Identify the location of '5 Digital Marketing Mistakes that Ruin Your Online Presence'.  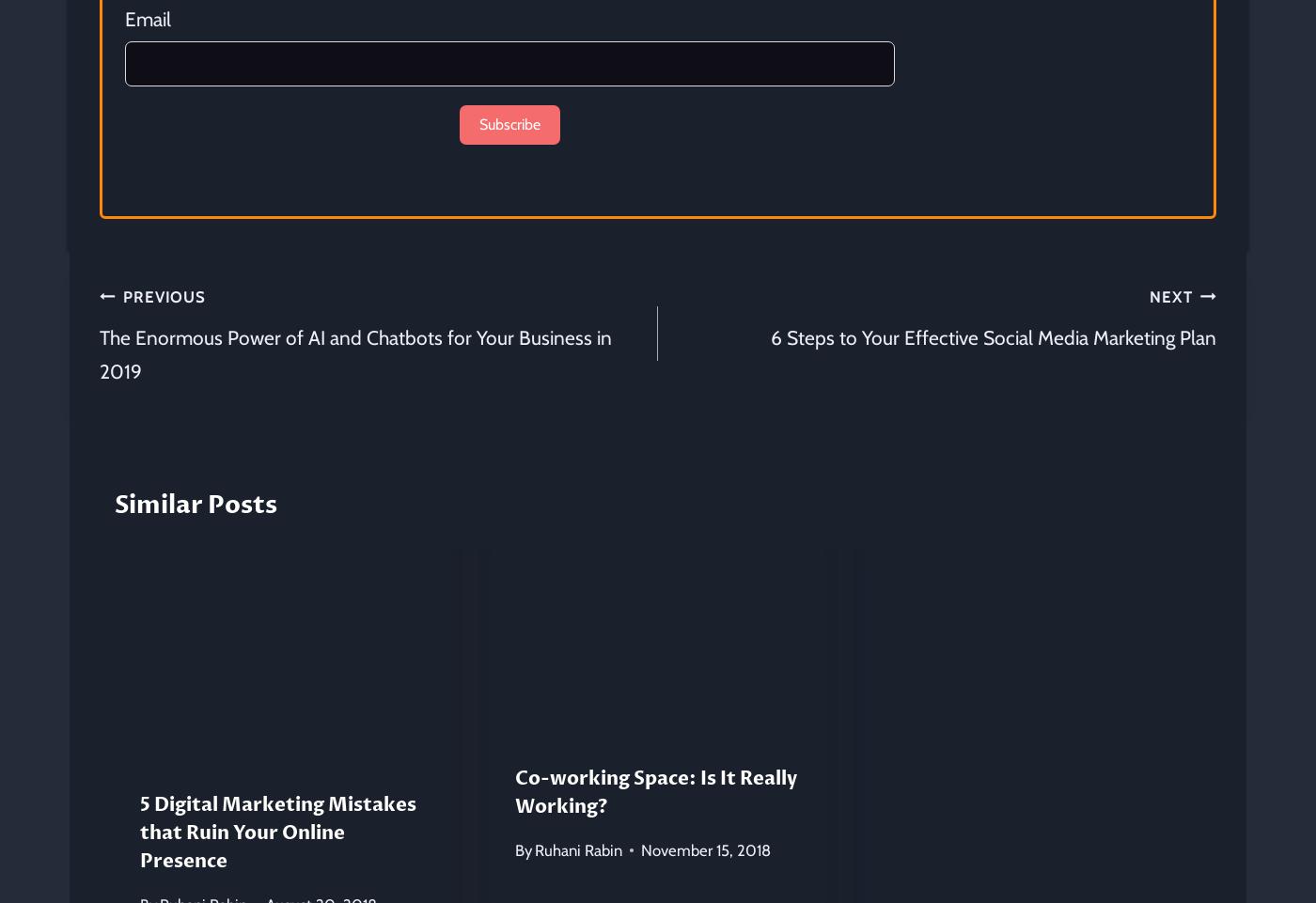
(277, 831).